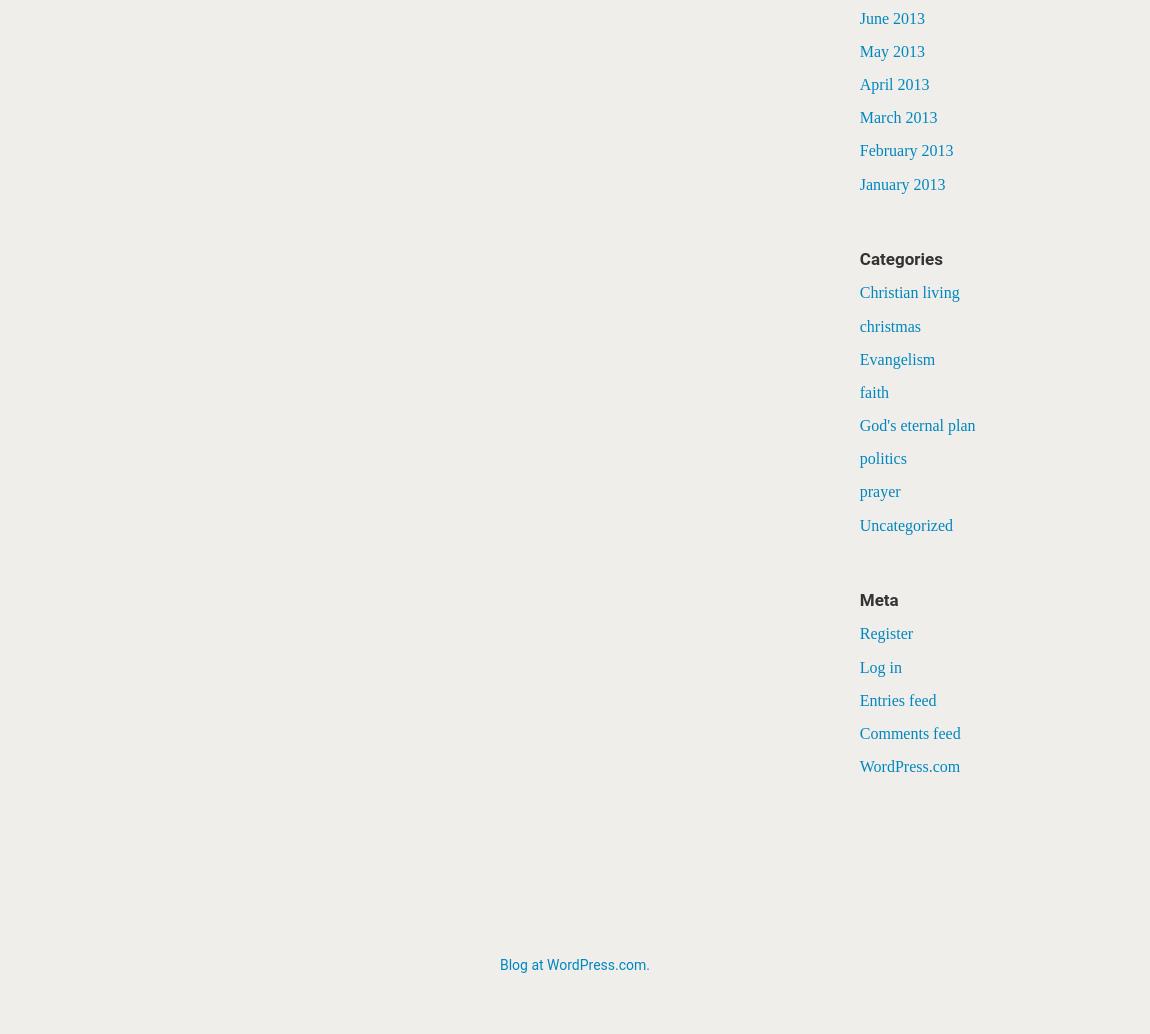  Describe the element at coordinates (909, 732) in the screenshot. I see `'Comments feed'` at that location.